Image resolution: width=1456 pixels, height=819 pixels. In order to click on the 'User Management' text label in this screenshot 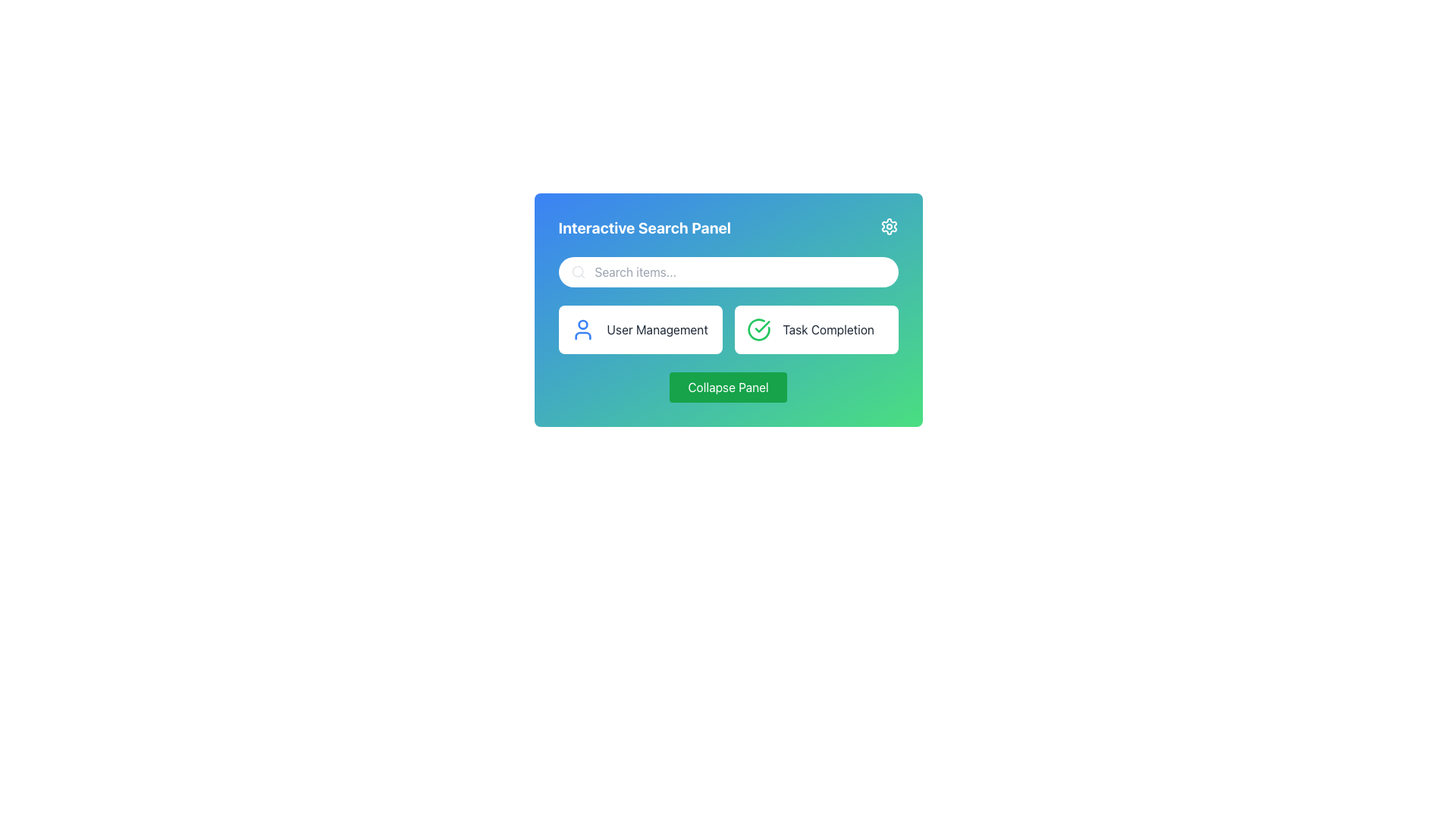, I will do `click(657, 329)`.